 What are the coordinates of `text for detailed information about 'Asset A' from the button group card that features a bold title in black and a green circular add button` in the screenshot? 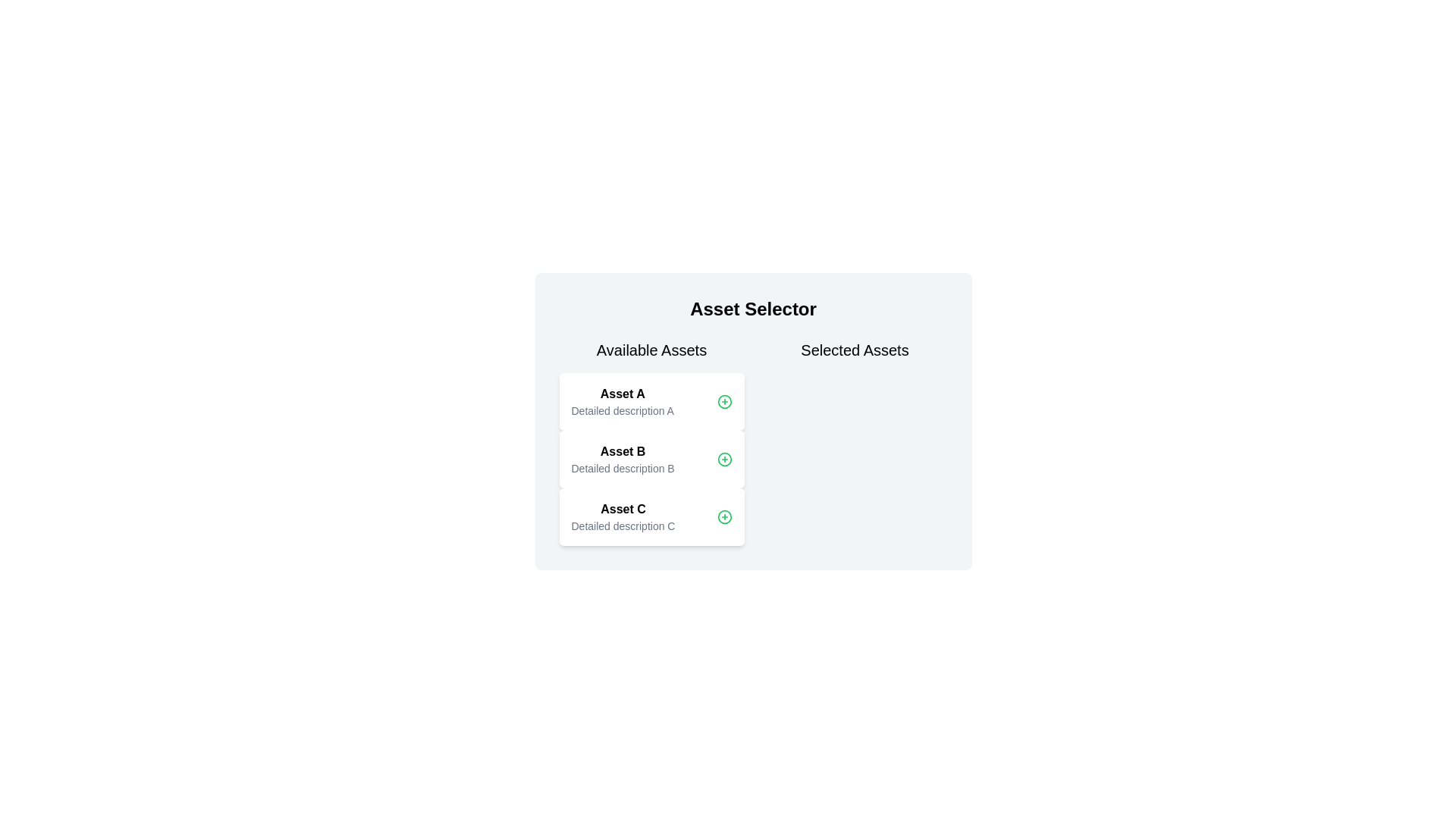 It's located at (651, 400).